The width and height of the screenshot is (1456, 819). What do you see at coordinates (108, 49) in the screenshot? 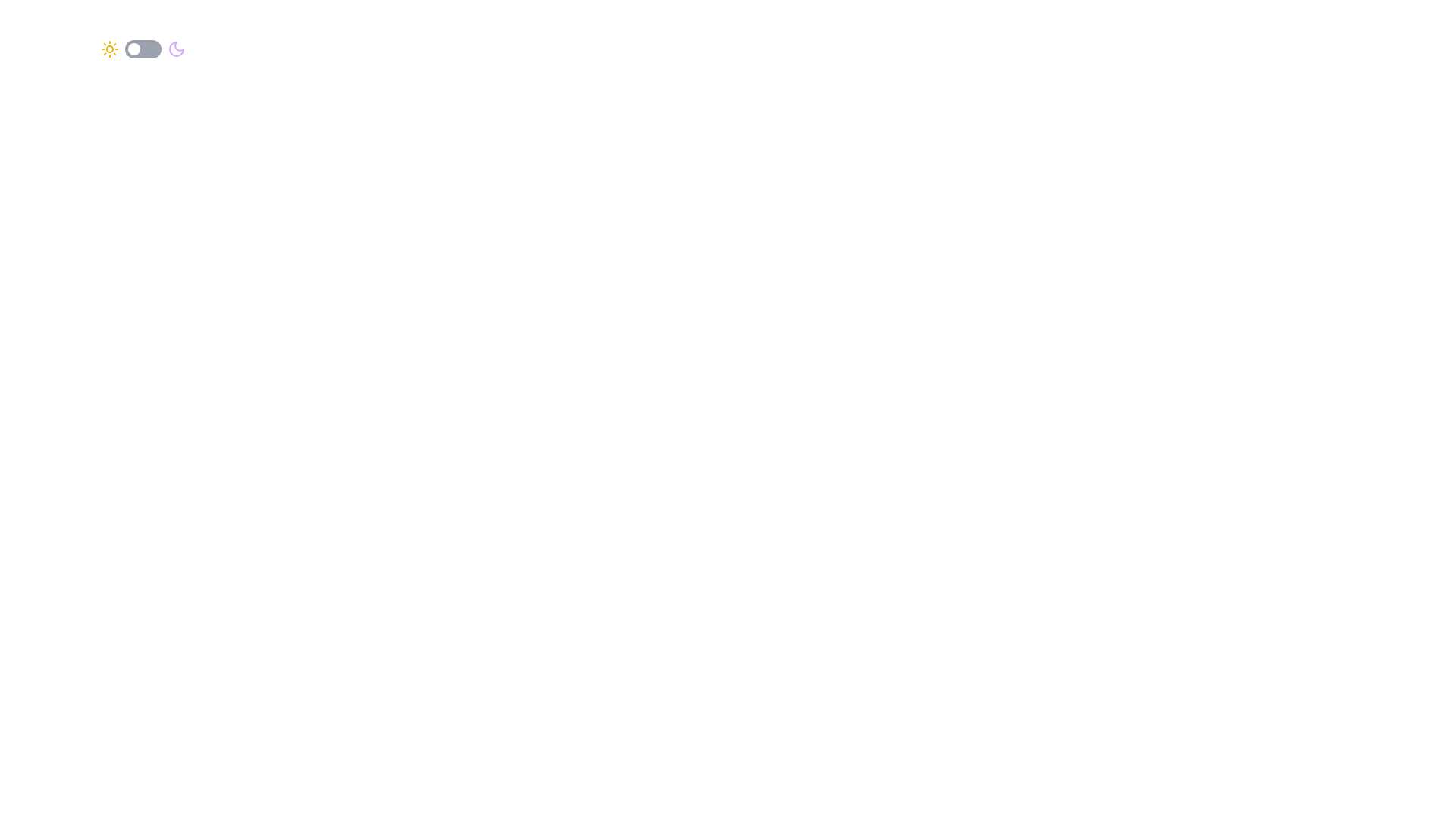
I see `the vibrant yellow sun-shaped icon located on the left side of the interface, which features a circular center with radial lines extending outward` at bounding box center [108, 49].